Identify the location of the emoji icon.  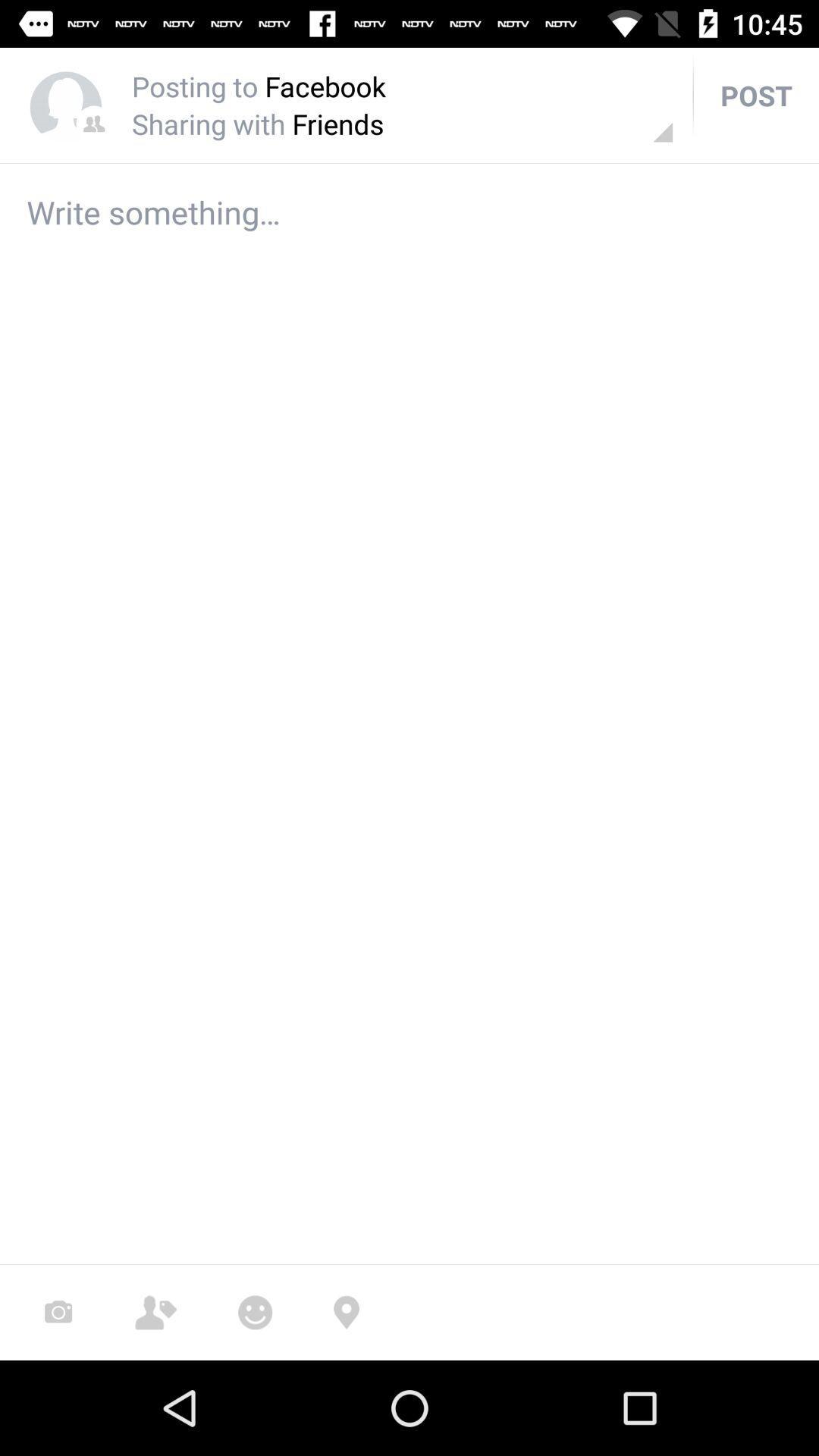
(254, 1312).